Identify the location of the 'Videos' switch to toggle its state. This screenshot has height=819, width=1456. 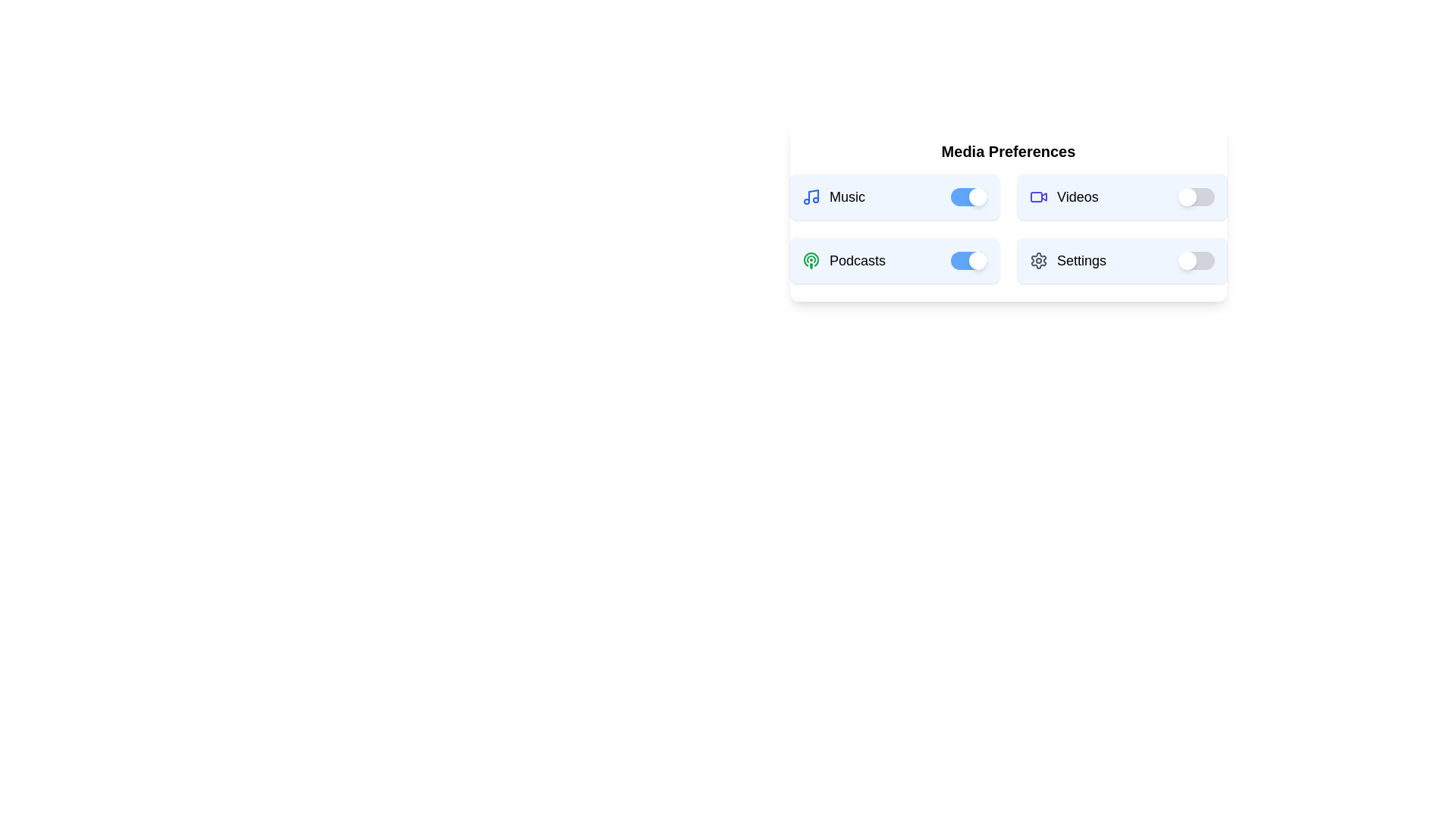
(1196, 196).